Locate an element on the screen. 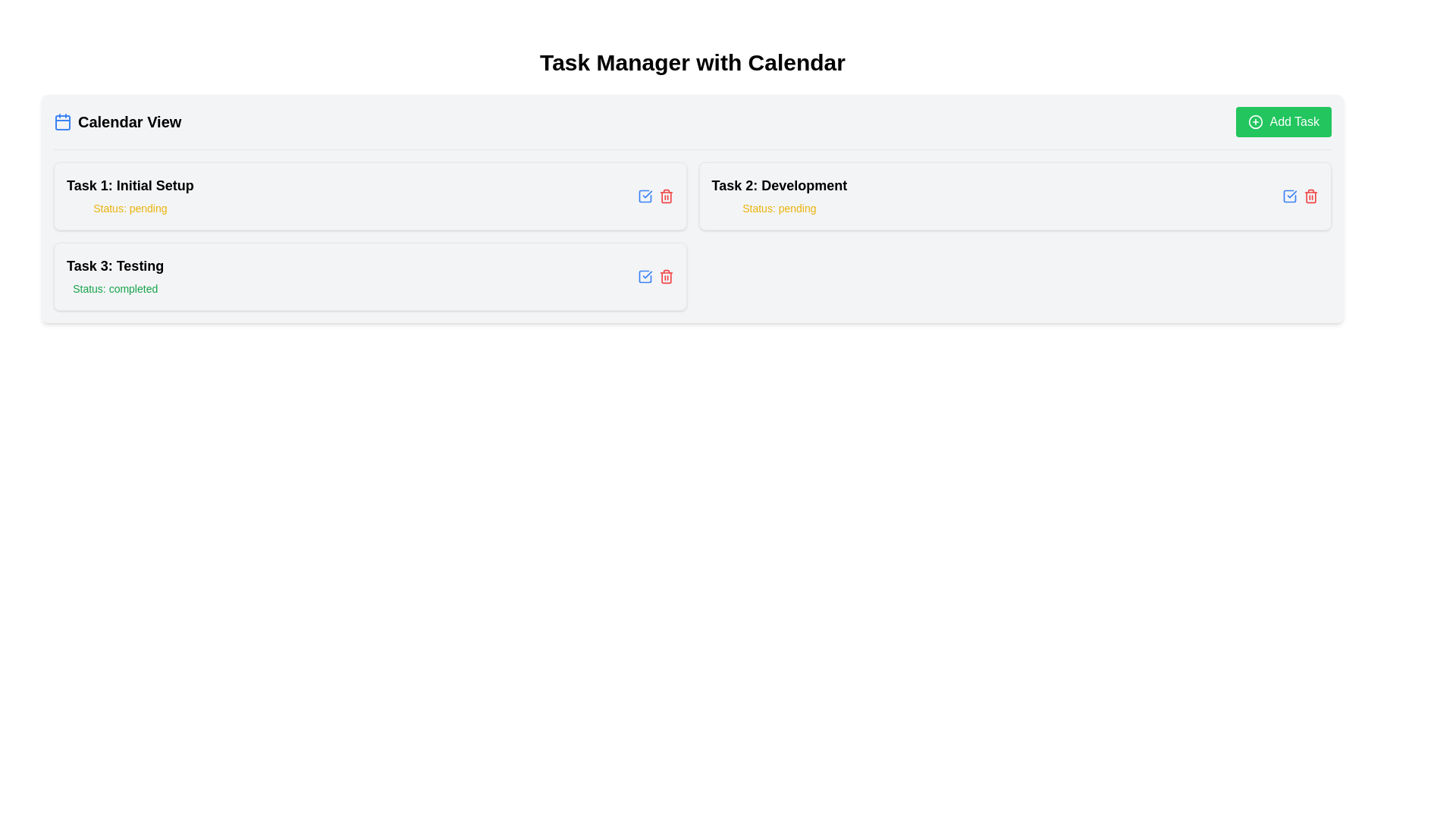  the circular graphical element located within the 'Add Task' button in the top-right corner of the page is located at coordinates (1256, 121).